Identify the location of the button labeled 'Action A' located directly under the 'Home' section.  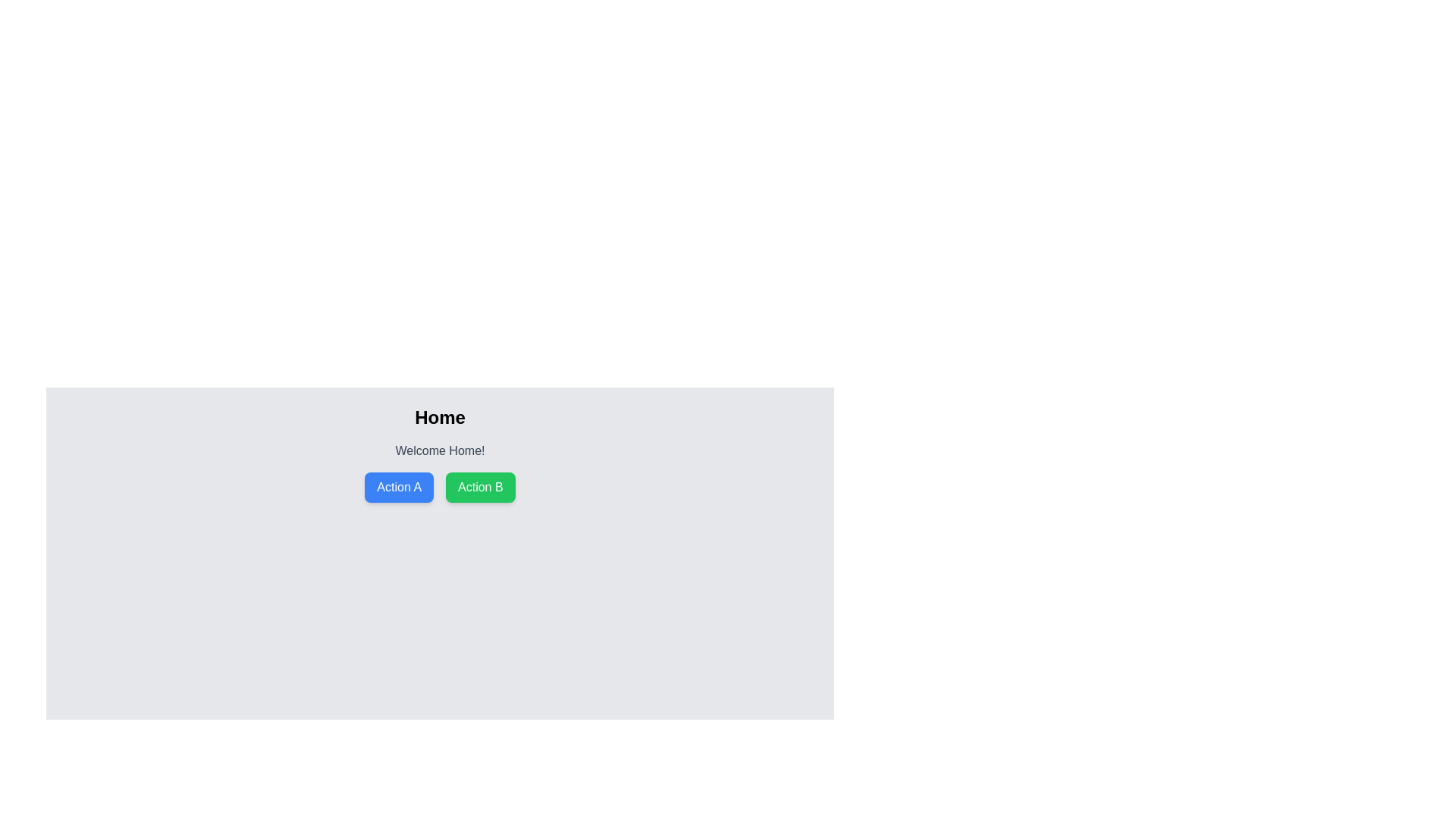
(399, 488).